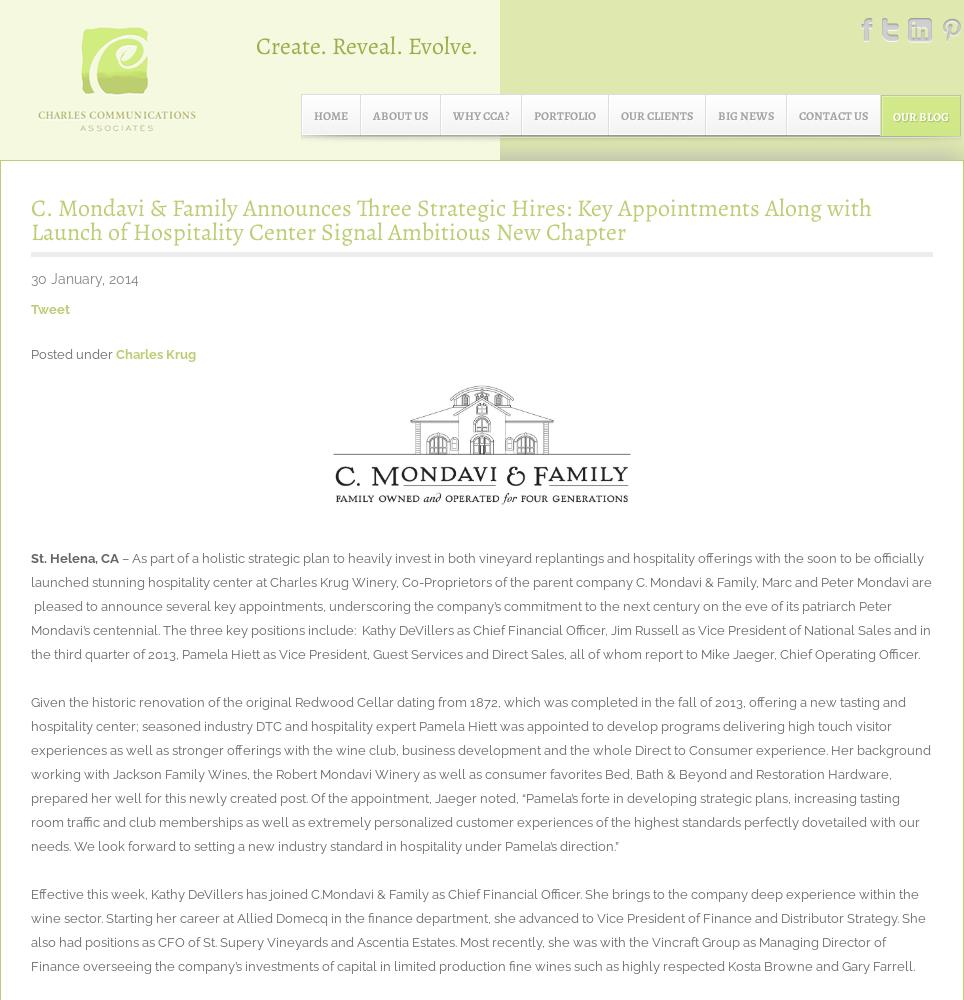 The height and width of the screenshot is (1000, 964). What do you see at coordinates (155, 353) in the screenshot?
I see `'Charles Krug'` at bounding box center [155, 353].